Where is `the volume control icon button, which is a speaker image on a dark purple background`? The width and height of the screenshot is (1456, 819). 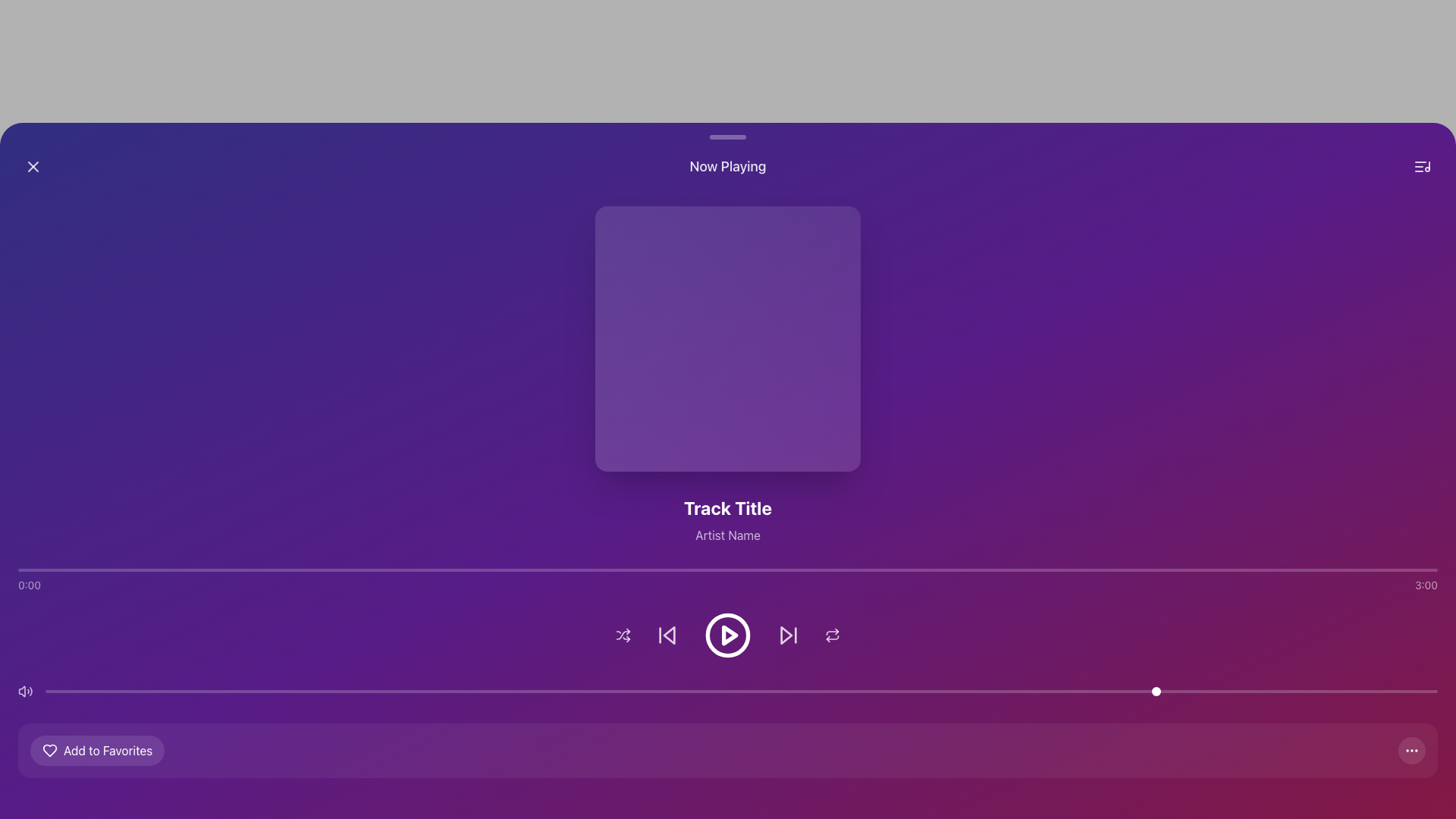 the volume control icon button, which is a speaker image on a dark purple background is located at coordinates (25, 691).